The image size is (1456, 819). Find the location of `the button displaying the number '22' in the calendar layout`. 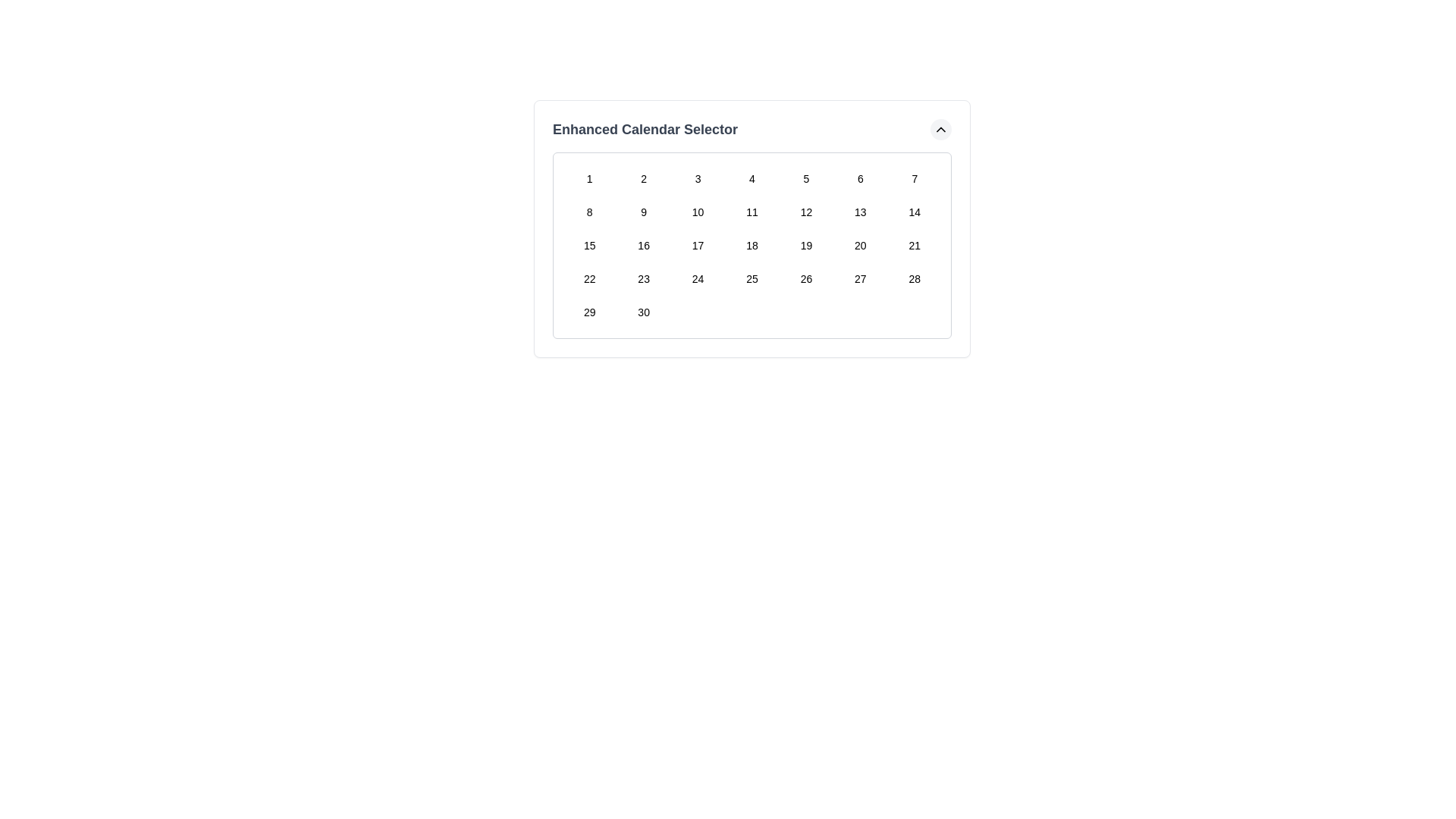

the button displaying the number '22' in the calendar layout is located at coordinates (588, 278).